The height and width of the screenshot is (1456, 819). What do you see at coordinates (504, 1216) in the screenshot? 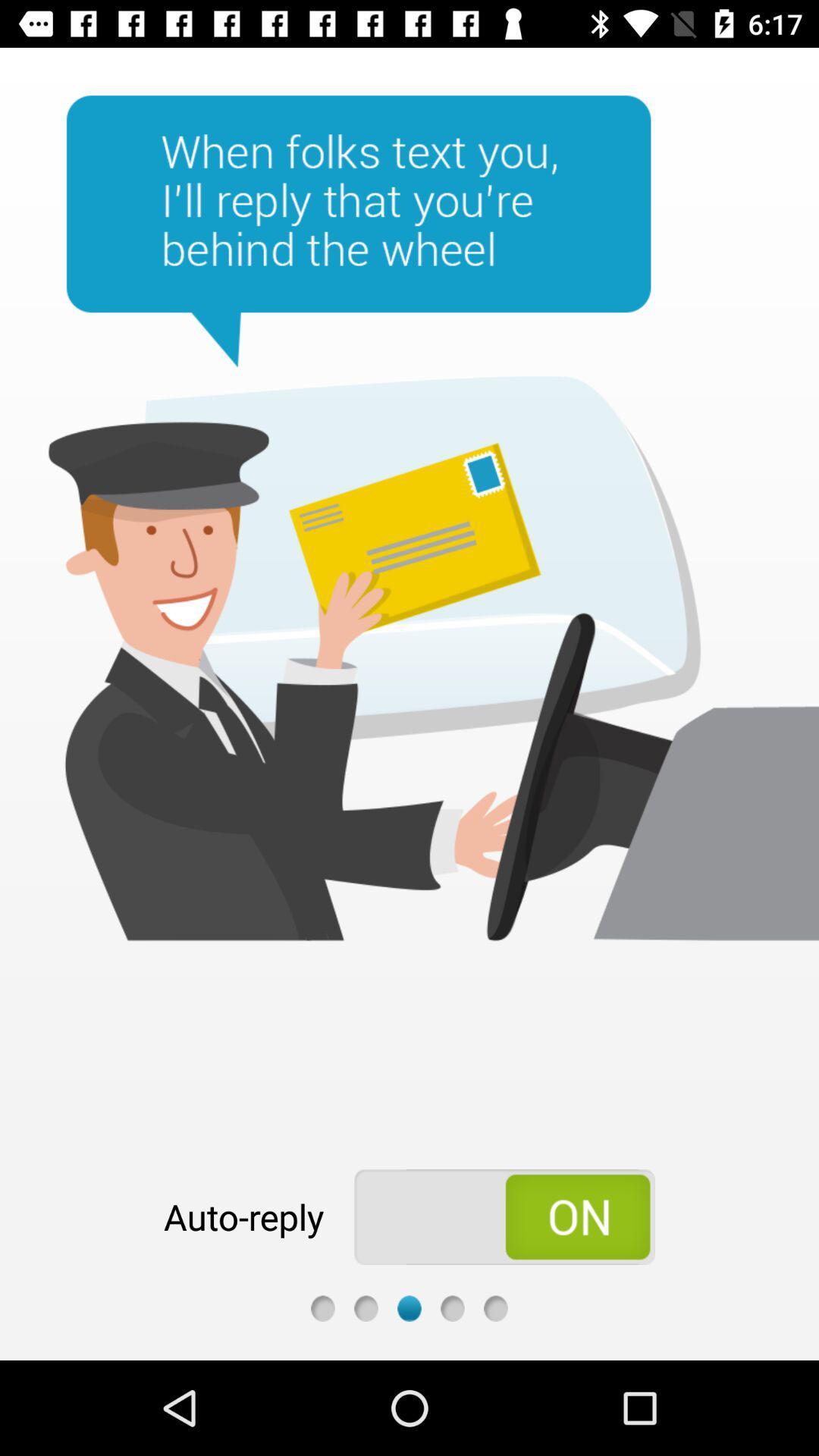
I see `auto-reply option` at bounding box center [504, 1216].